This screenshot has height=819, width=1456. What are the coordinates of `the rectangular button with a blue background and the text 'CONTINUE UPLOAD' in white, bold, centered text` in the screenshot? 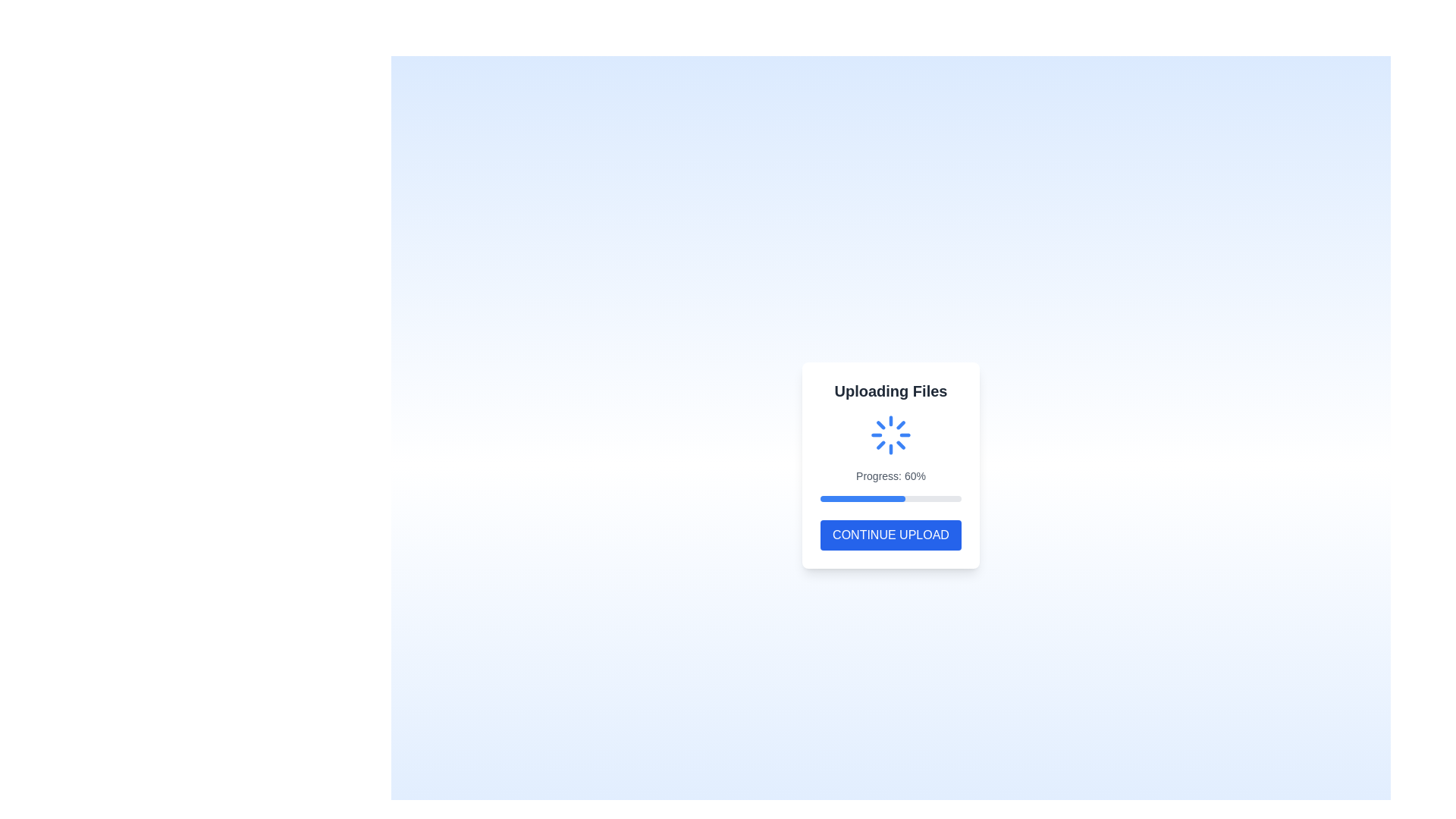 It's located at (891, 534).